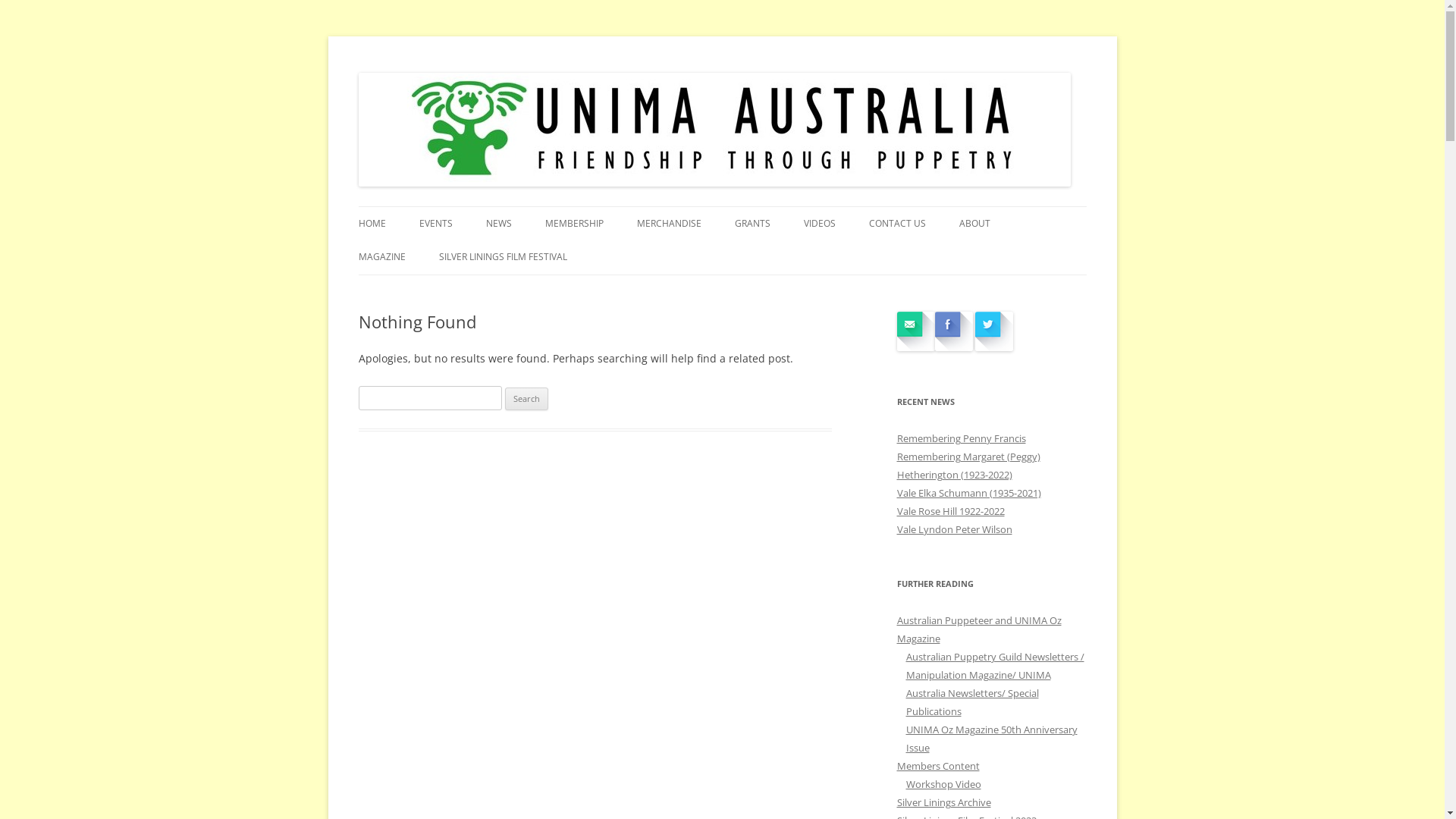 The width and height of the screenshot is (1456, 819). What do you see at coordinates (952, 529) in the screenshot?
I see `'Vale Lyndon Peter Wilson'` at bounding box center [952, 529].